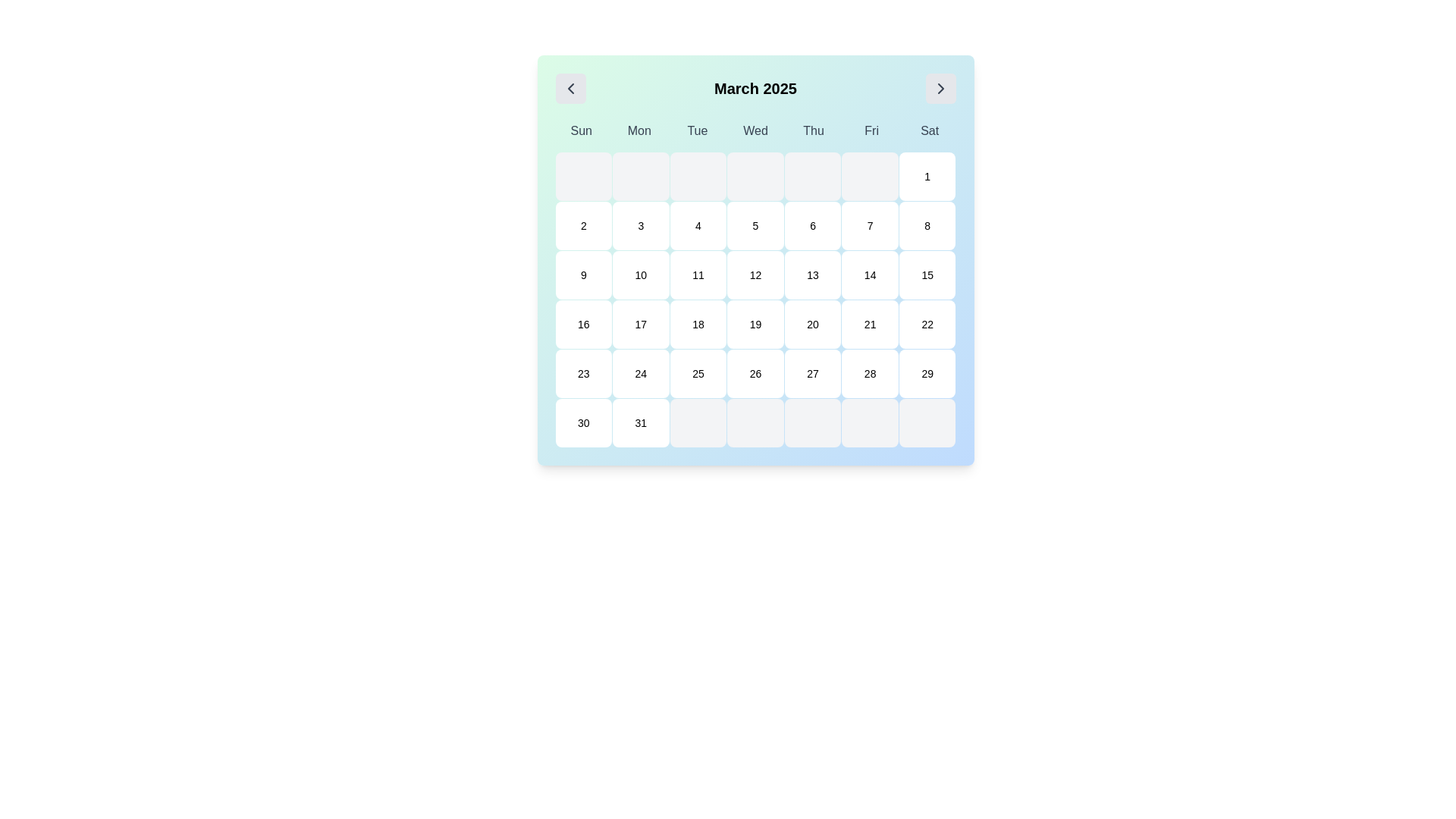  Describe the element at coordinates (812, 324) in the screenshot. I see `the Calendar day cell displaying the text '20' in the fourth row and sixth position of the grid` at that location.